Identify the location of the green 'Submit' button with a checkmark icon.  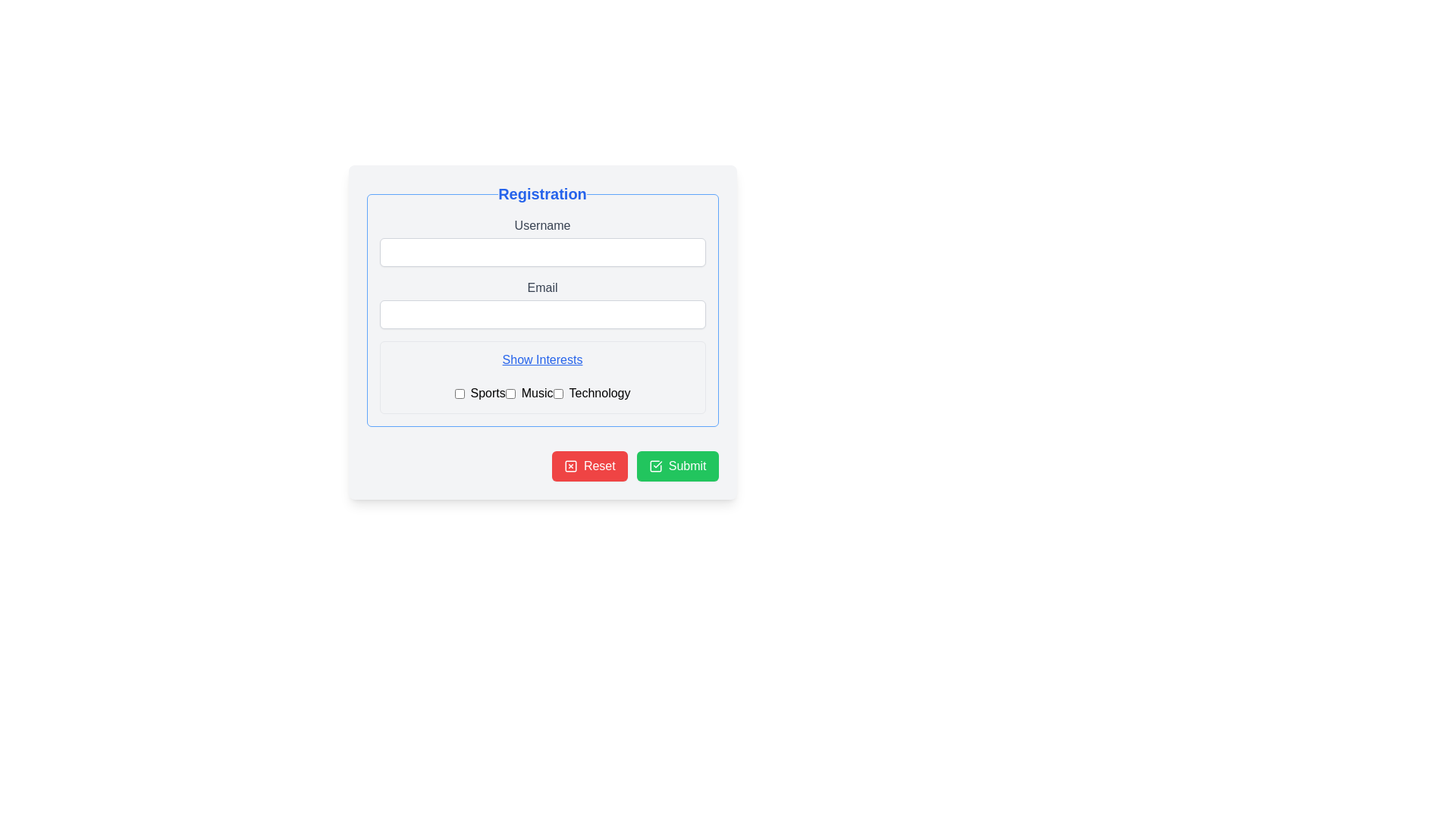
(676, 465).